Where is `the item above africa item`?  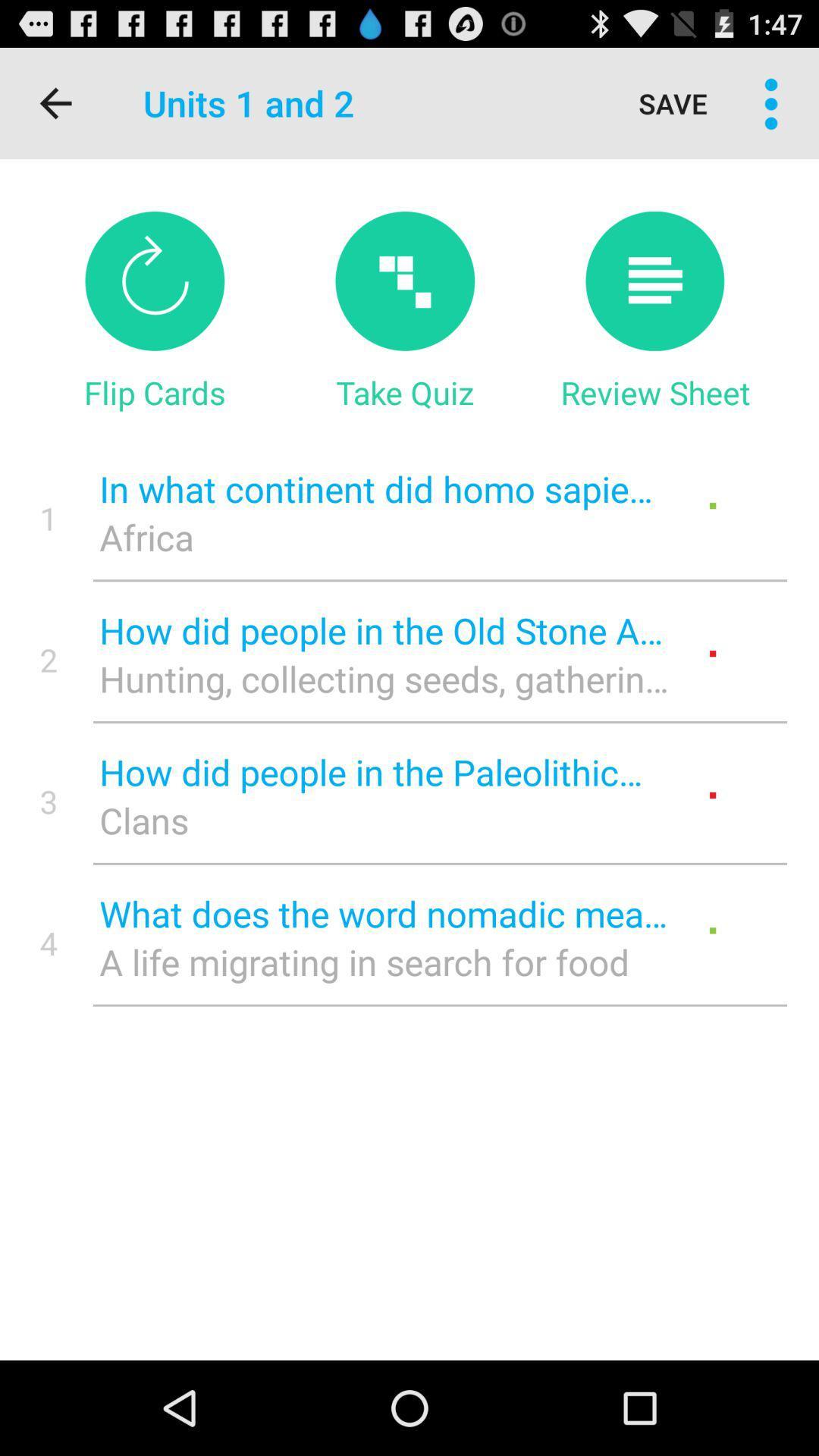 the item above africa item is located at coordinates (383, 488).